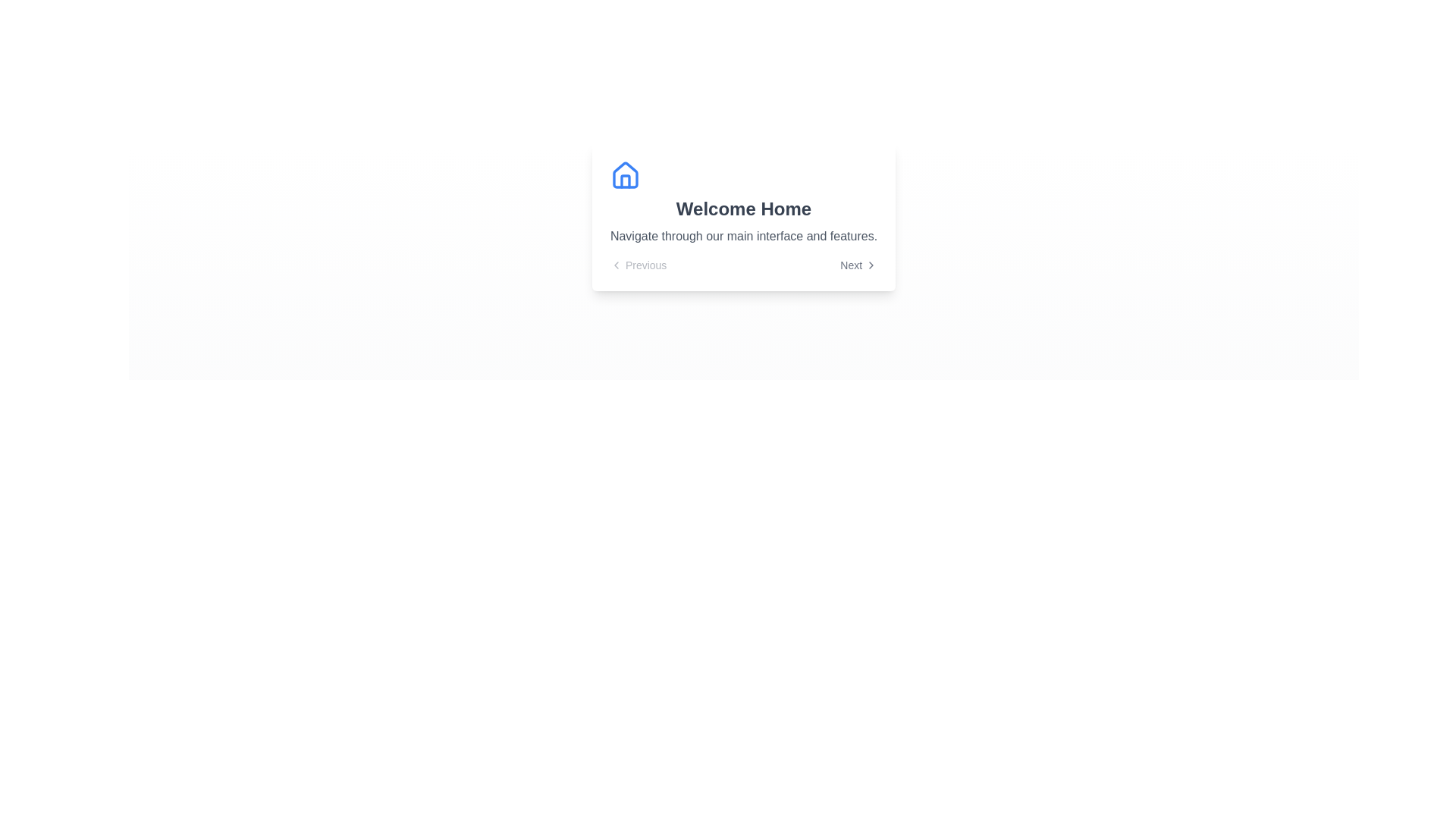 The image size is (1456, 819). I want to click on the 'Next' button located at the bottom-right of its group to proceed to the next step, so click(858, 265).